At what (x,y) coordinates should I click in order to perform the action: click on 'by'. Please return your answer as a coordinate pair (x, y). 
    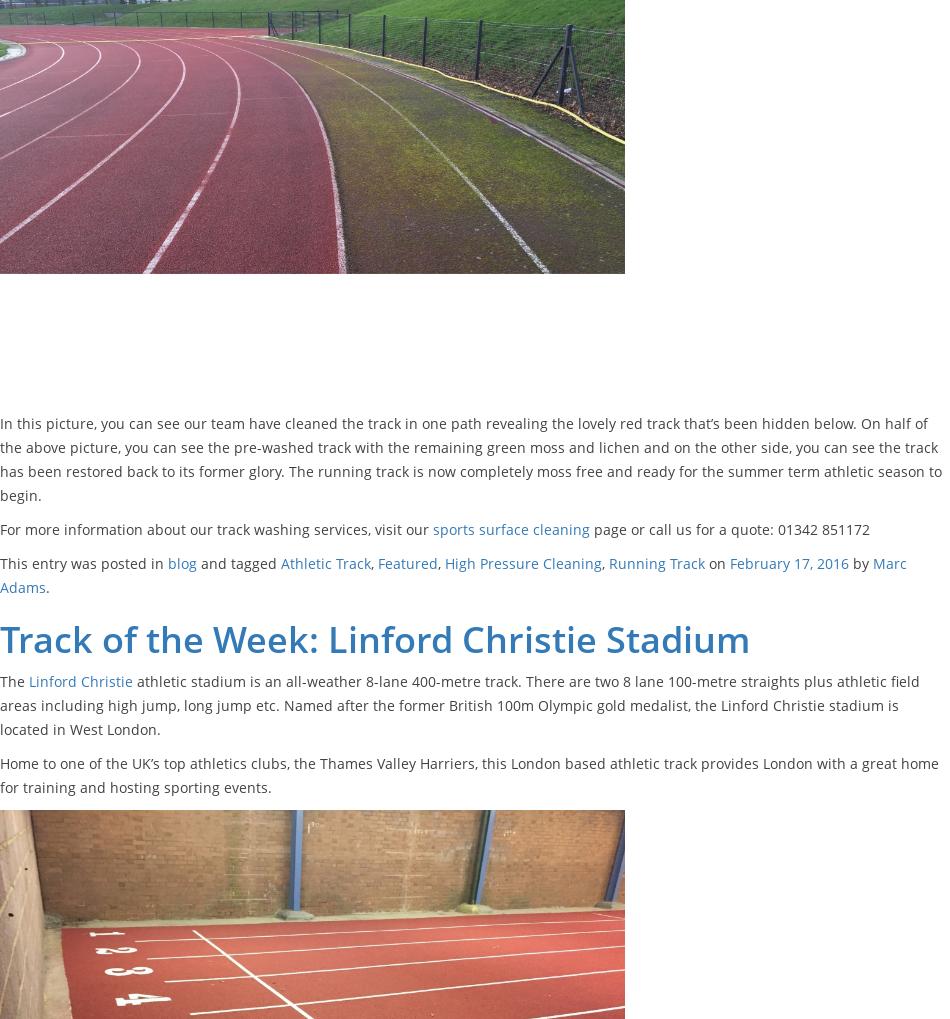
    Looking at the image, I should click on (859, 561).